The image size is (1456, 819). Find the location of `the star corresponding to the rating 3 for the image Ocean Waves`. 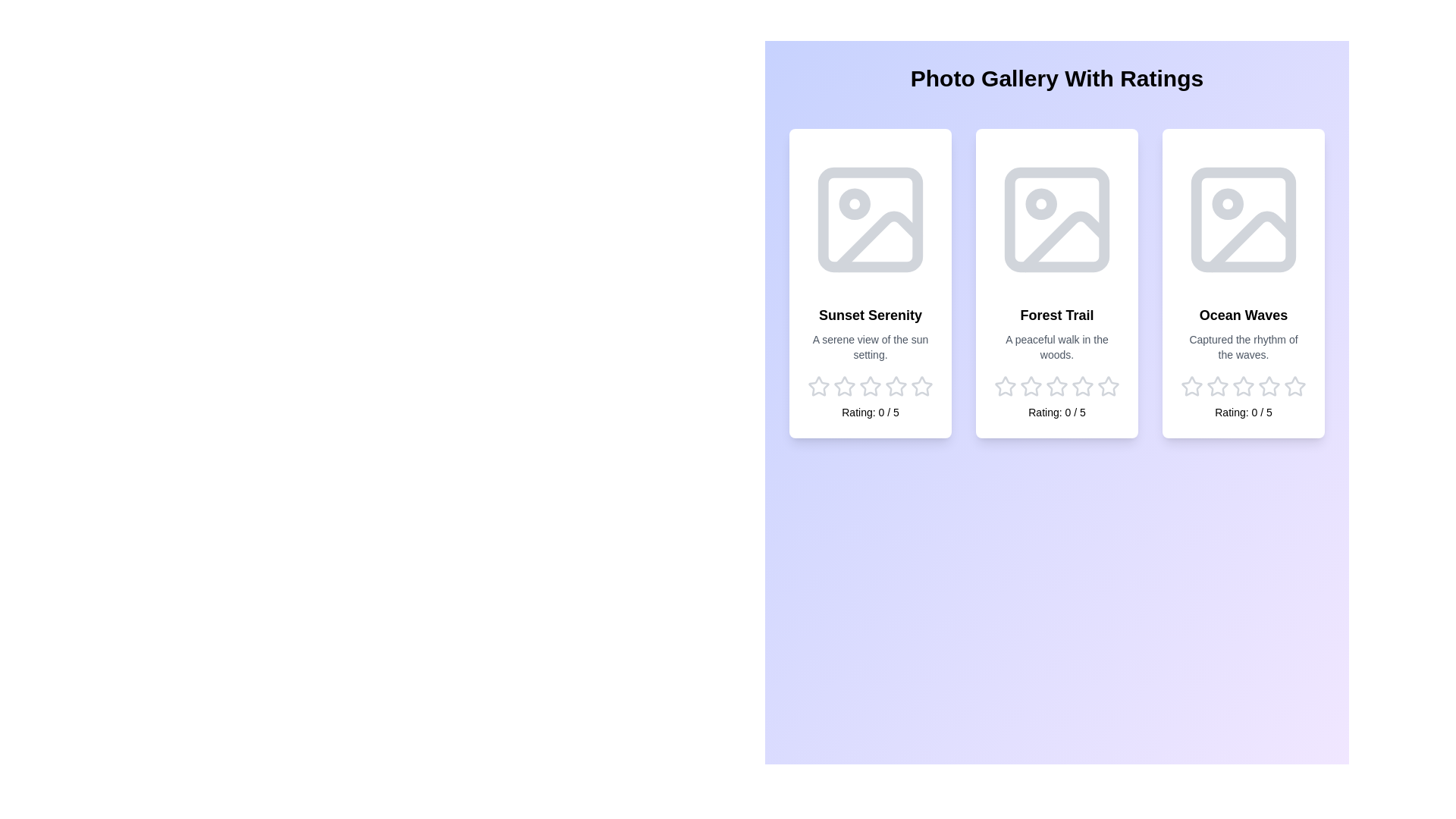

the star corresponding to the rating 3 for the image Ocean Waves is located at coordinates (1244, 385).